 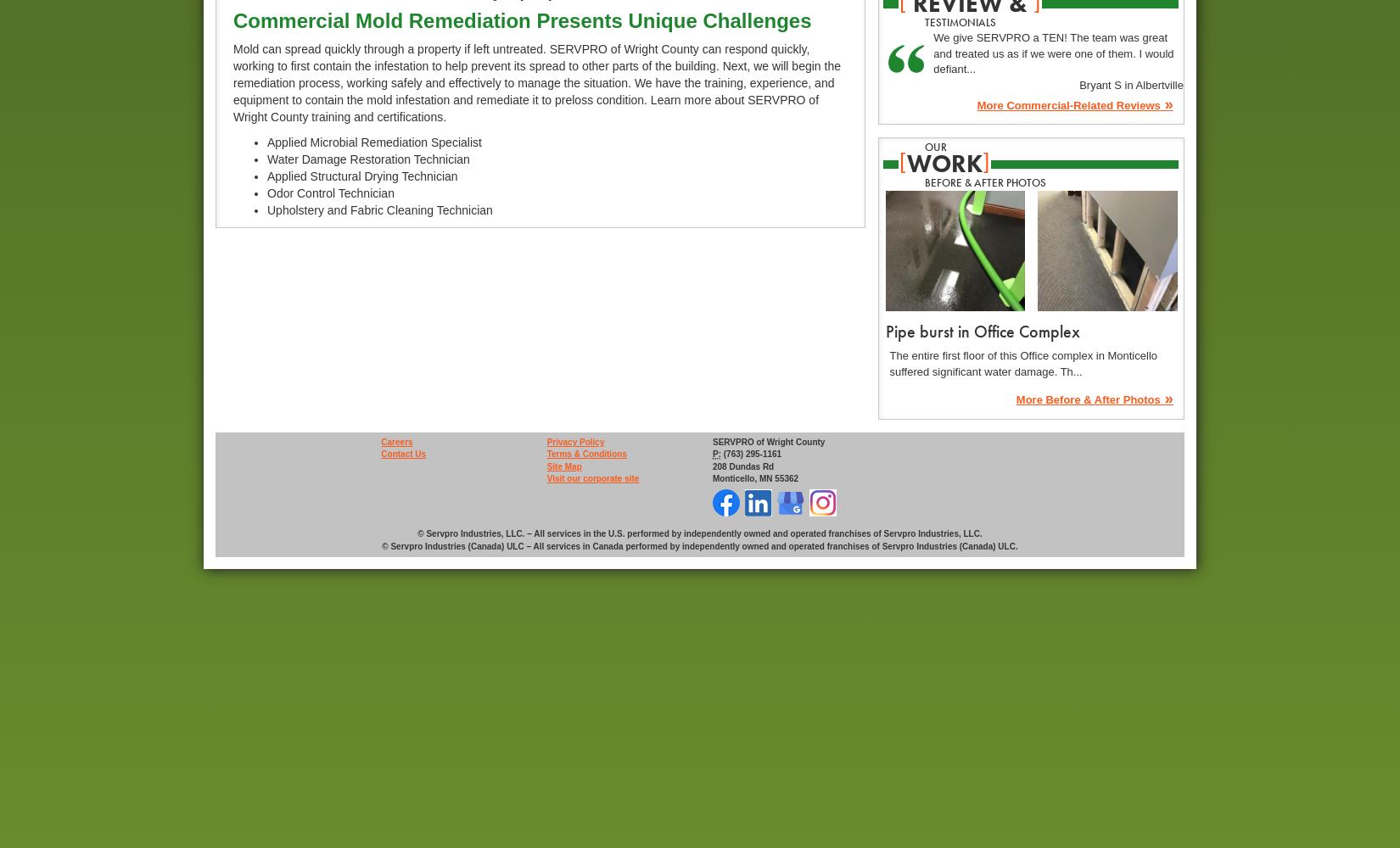 What do you see at coordinates (985, 181) in the screenshot?
I see `'before & after photos'` at bounding box center [985, 181].